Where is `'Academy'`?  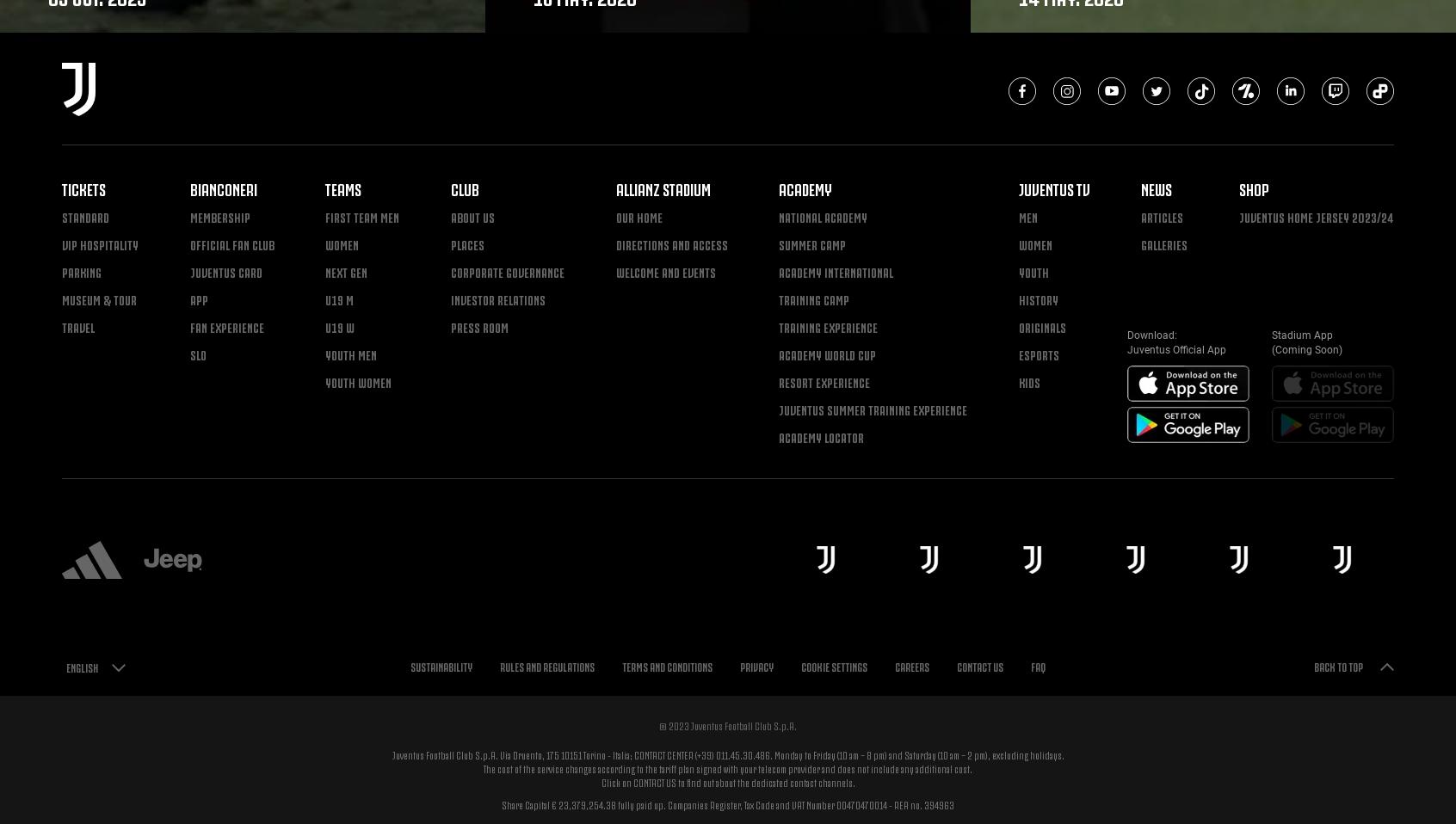 'Academy' is located at coordinates (805, 187).